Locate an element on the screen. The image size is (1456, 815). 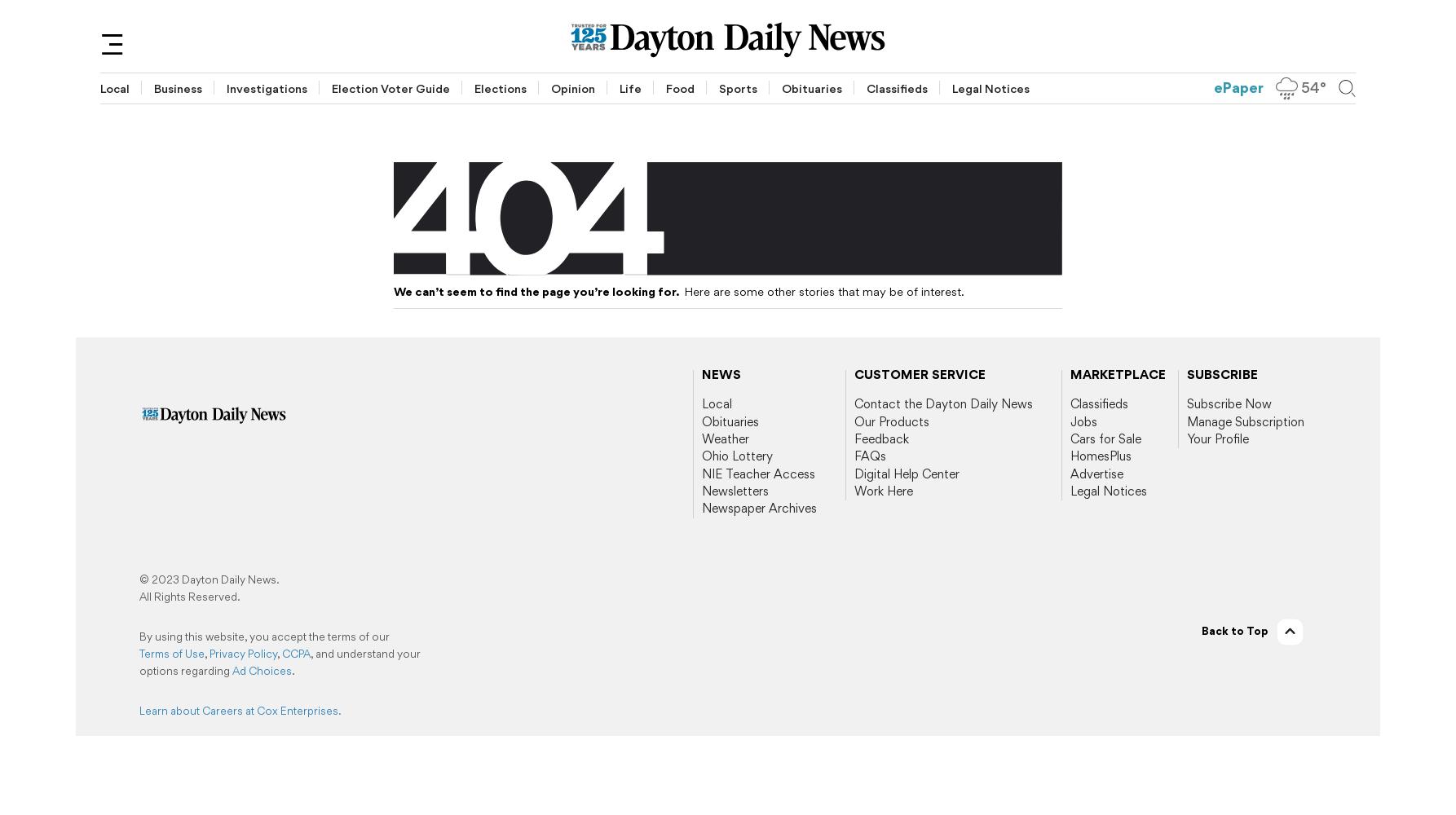
'2023' is located at coordinates (165, 578).